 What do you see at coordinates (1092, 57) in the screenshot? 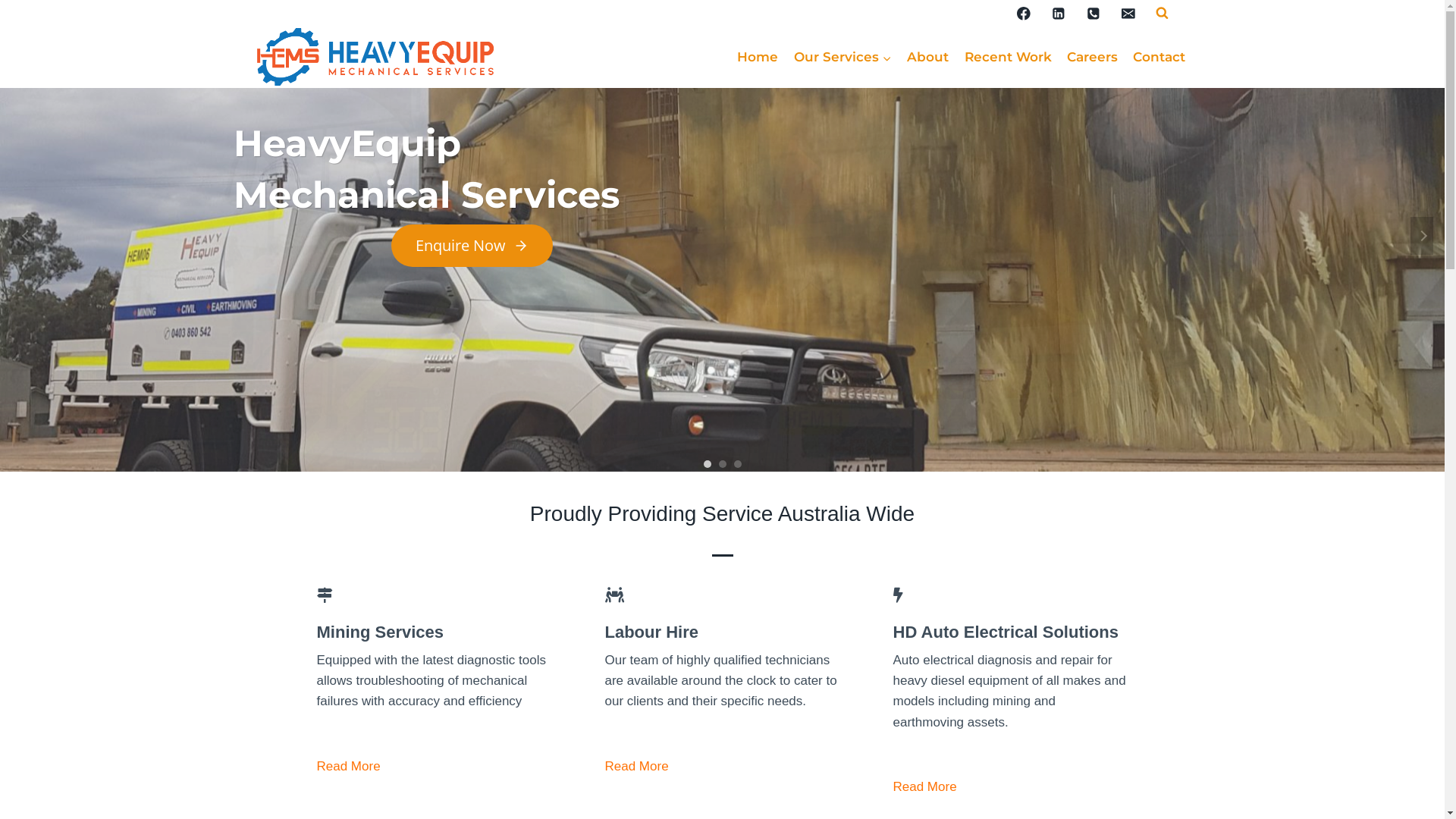
I see `'Careers'` at bounding box center [1092, 57].